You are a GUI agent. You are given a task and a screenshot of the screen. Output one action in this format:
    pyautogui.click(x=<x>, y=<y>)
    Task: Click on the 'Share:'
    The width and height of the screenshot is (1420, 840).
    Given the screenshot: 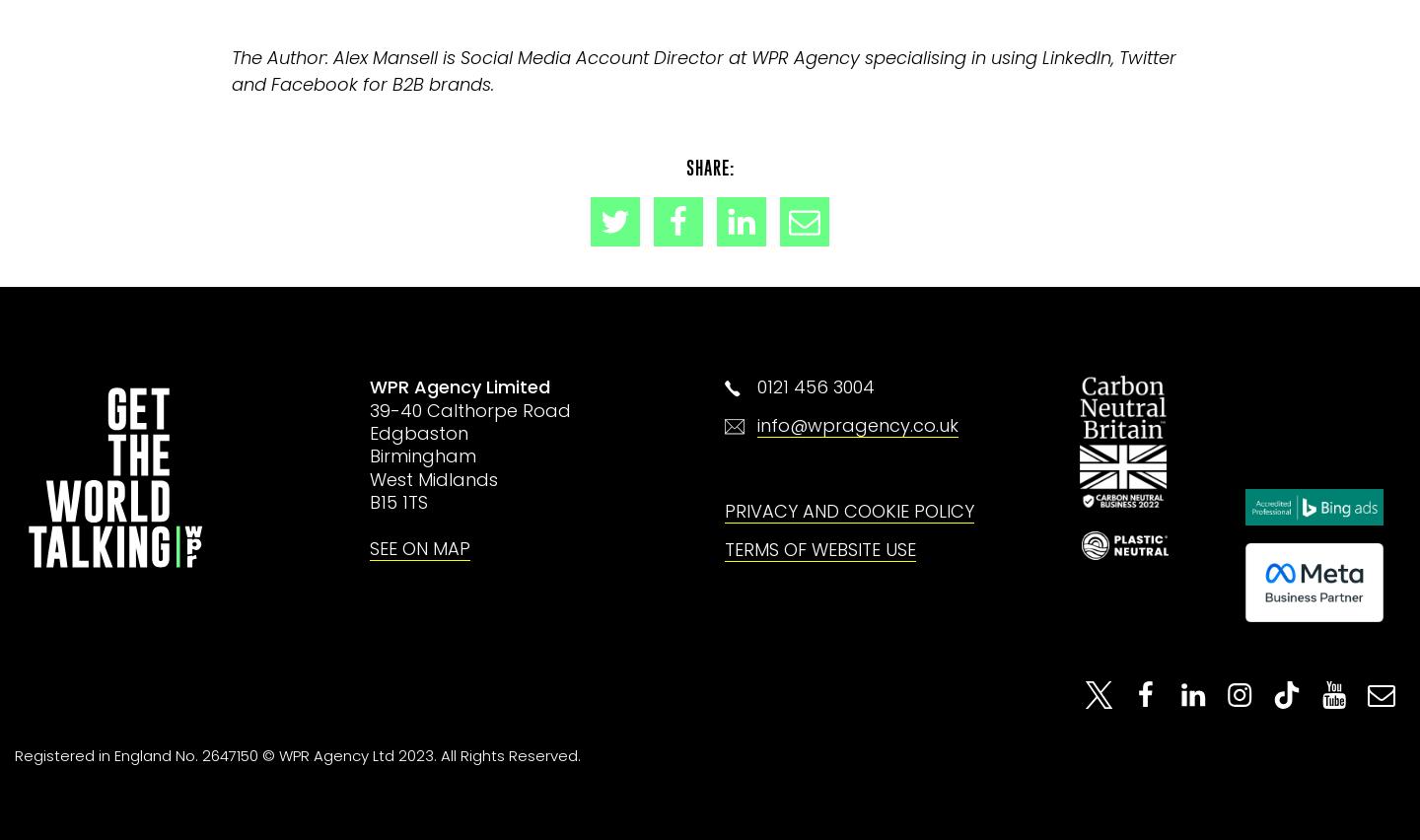 What is the action you would take?
    pyautogui.click(x=709, y=166)
    